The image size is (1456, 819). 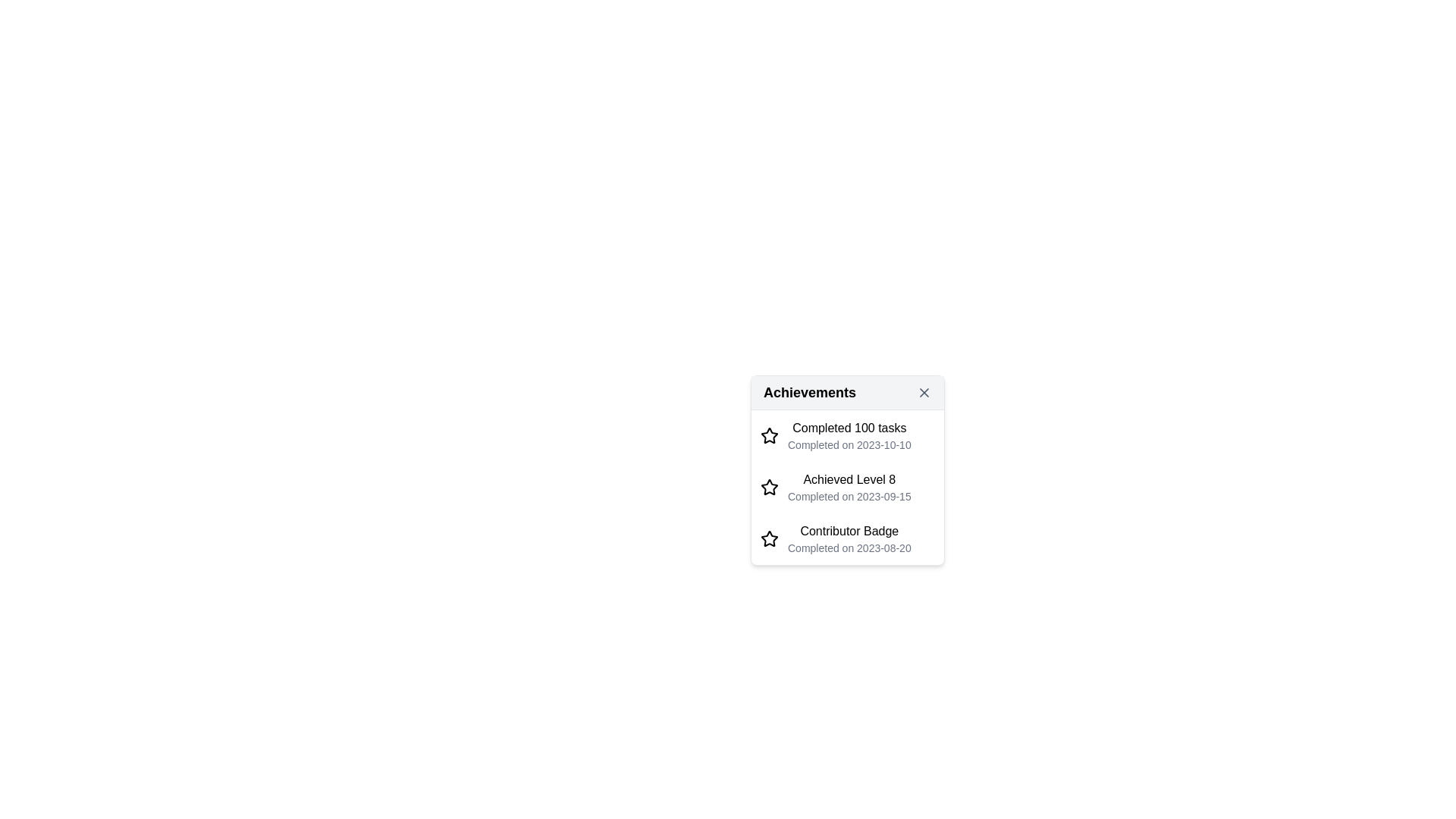 I want to click on the star-shaped yellow icon representing the 'Achieved Level 8' achievement in the achievements list, so click(x=769, y=487).